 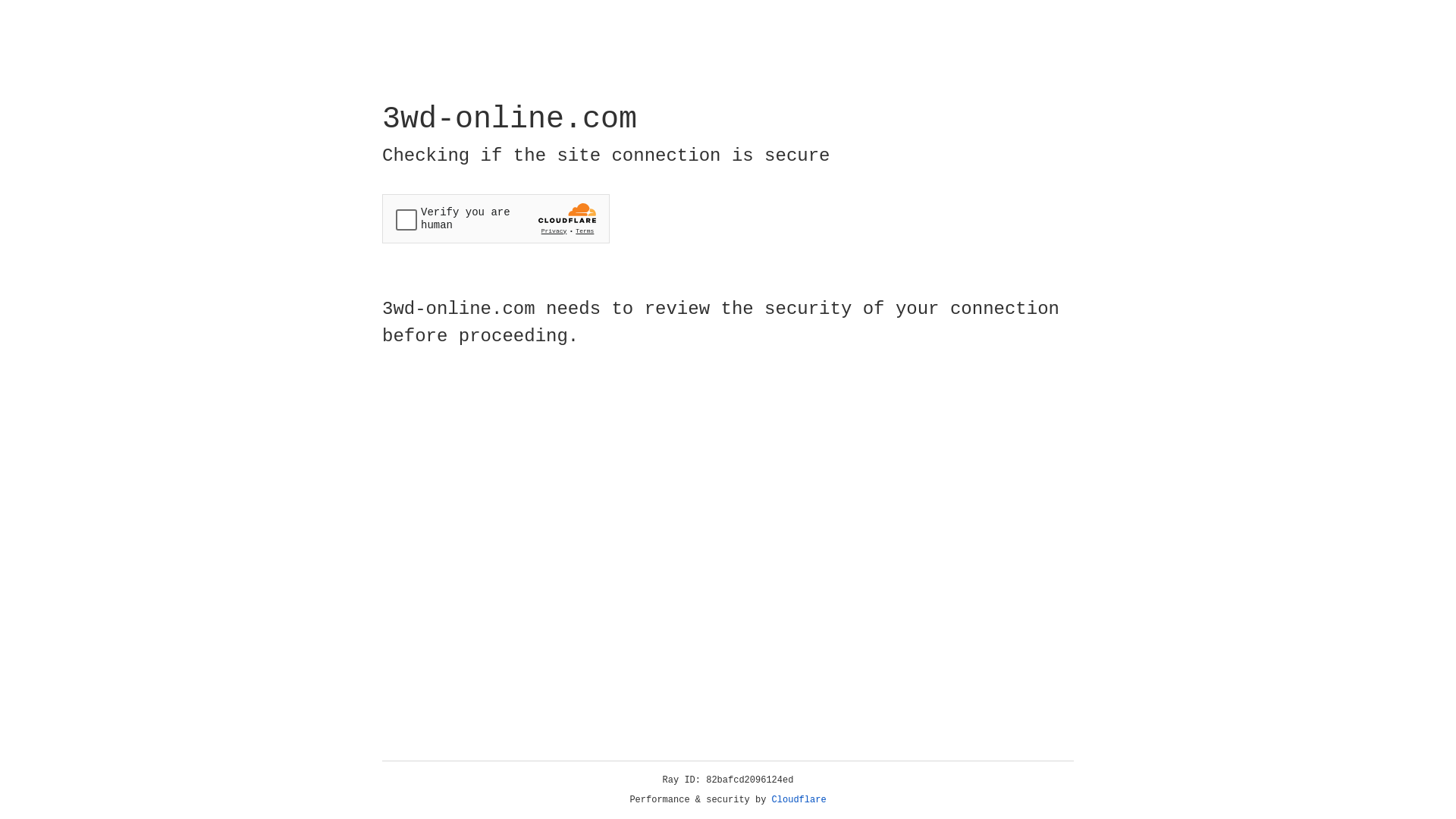 What do you see at coordinates (495, 218) in the screenshot?
I see `'Widget containing a Cloudflare security challenge'` at bounding box center [495, 218].